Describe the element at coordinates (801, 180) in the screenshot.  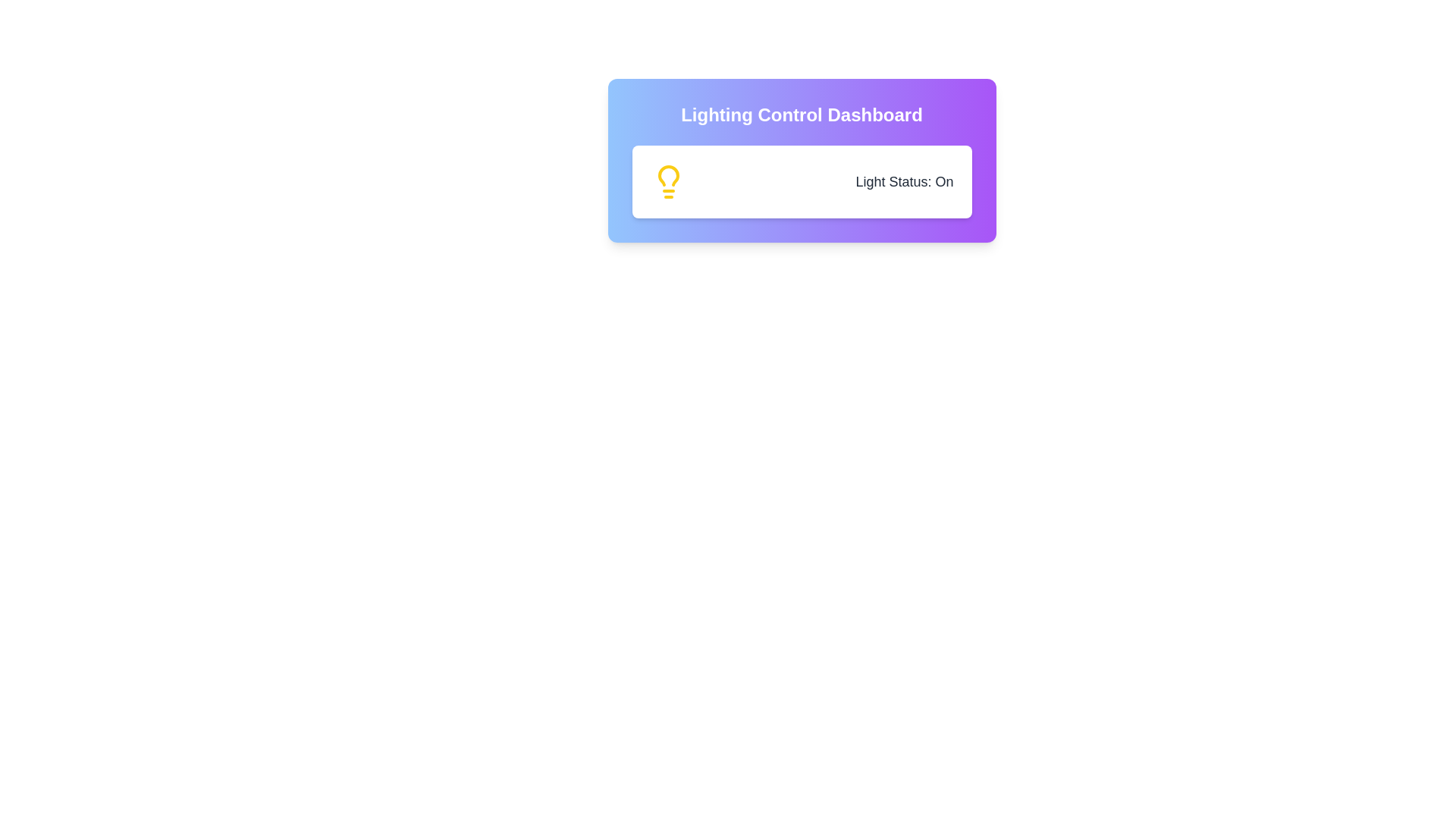
I see `the panel displaying 'Light Status: On' to toggle the light status` at that location.